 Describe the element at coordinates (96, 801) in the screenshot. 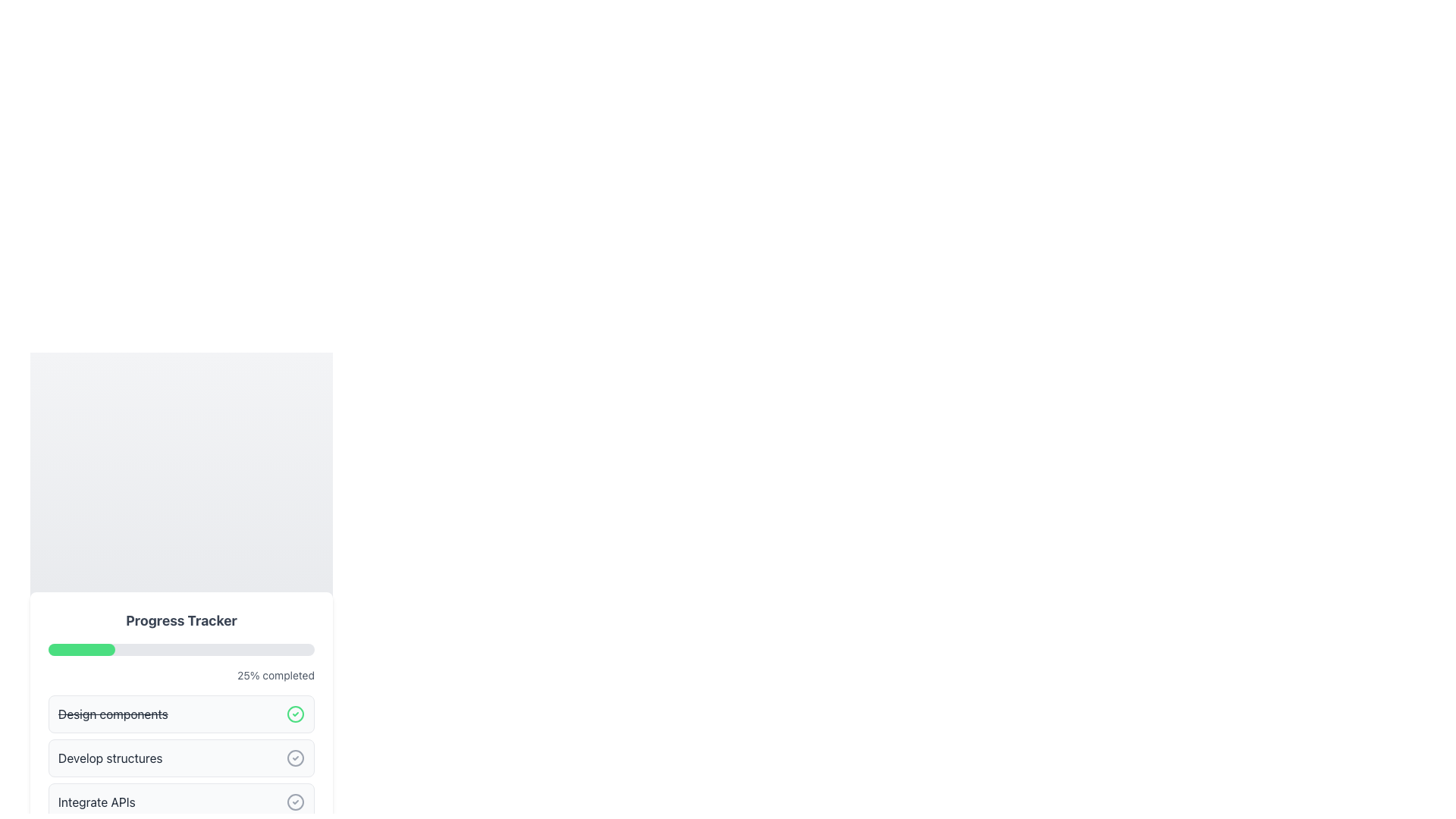

I see `text label that serves as a descriptor for the 'Integrate APIs' step in the progress tracker, located as the third entry in the vertical list` at that location.